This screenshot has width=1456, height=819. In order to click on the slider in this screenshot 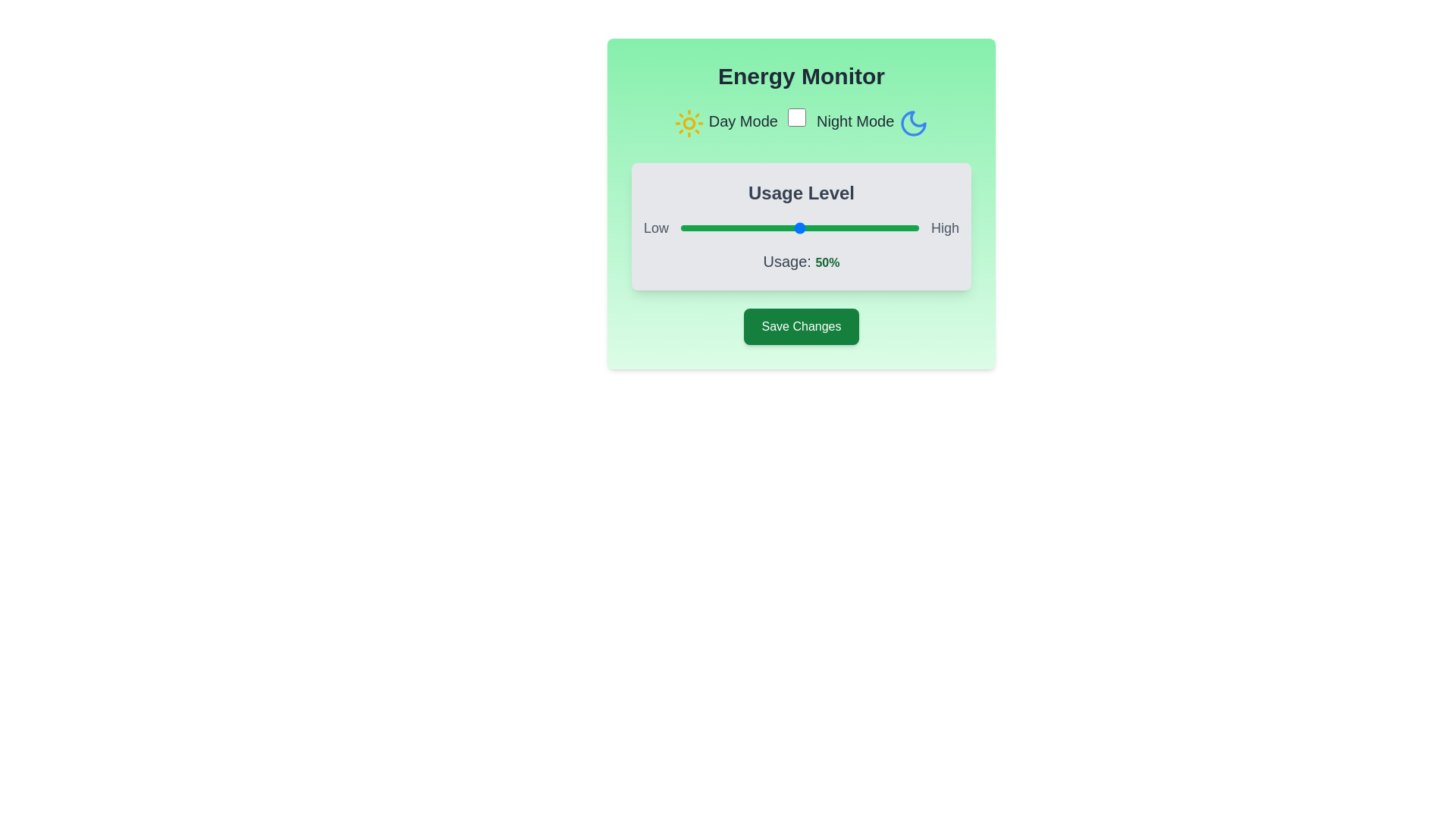, I will do `click(902, 227)`.